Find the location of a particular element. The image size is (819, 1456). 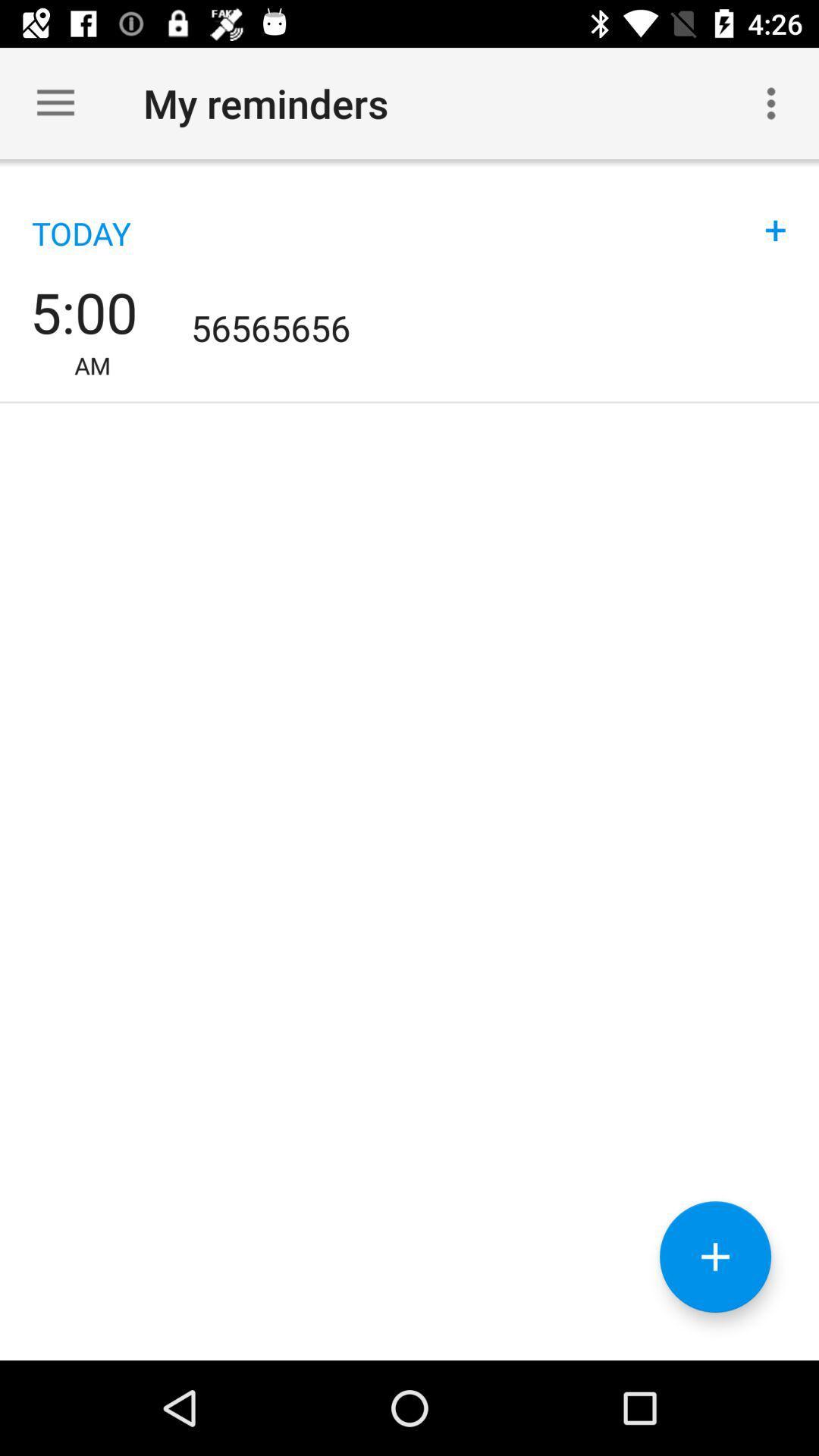

icon at the bottom right corner is located at coordinates (715, 1257).